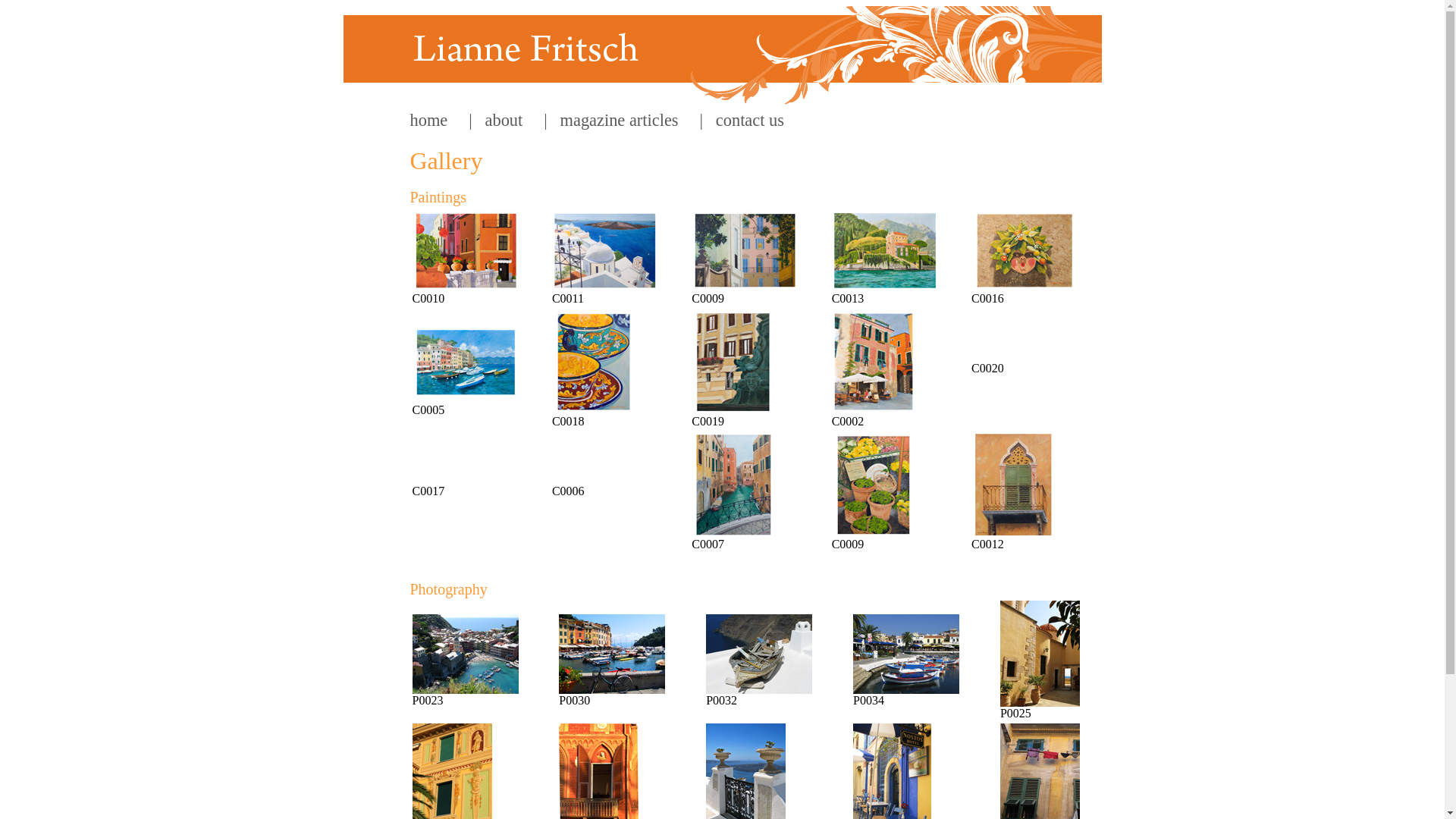 The image size is (1456, 819). What do you see at coordinates (439, 119) in the screenshot?
I see `'home     |'` at bounding box center [439, 119].